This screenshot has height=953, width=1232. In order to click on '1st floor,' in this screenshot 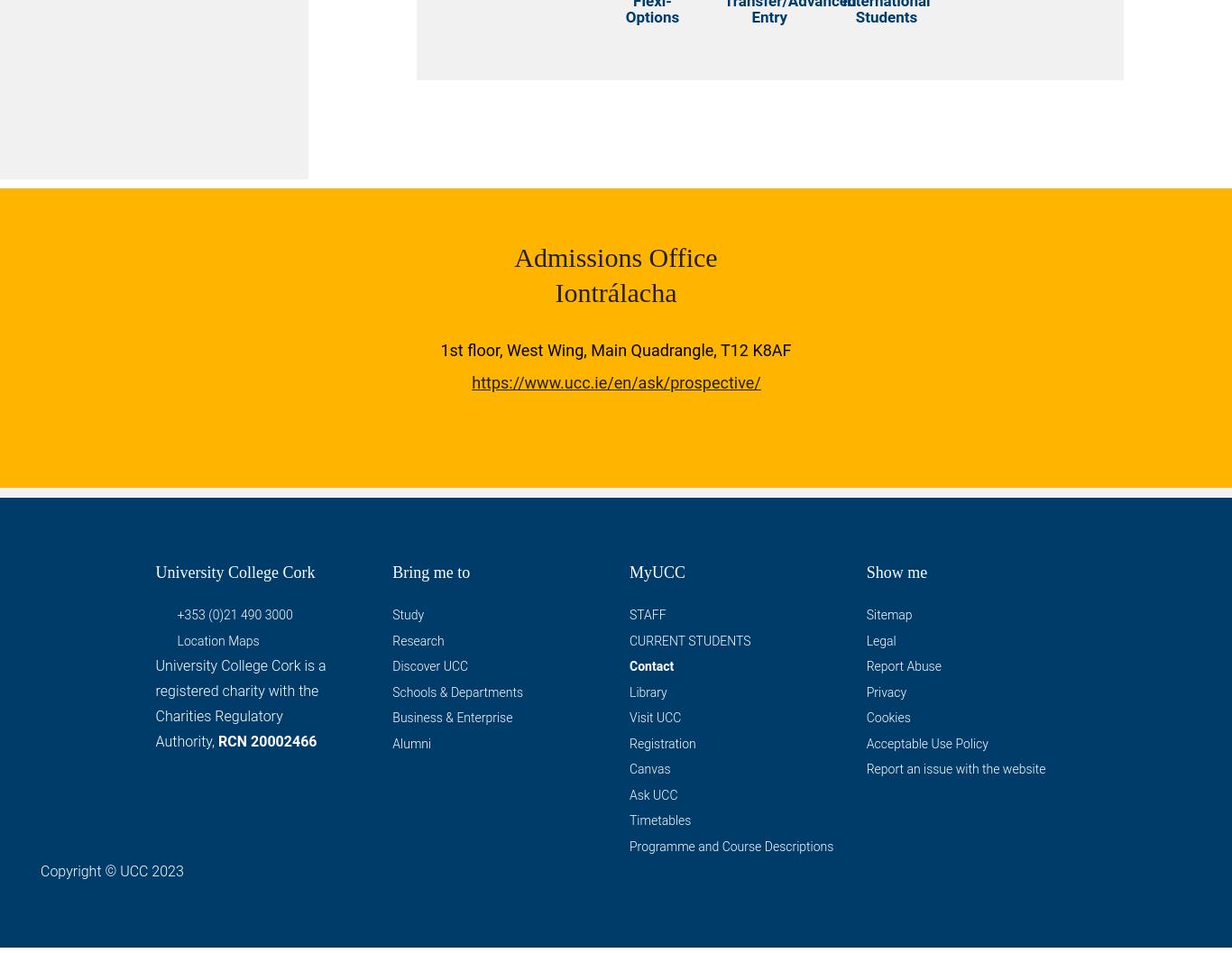, I will do `click(473, 353)`.